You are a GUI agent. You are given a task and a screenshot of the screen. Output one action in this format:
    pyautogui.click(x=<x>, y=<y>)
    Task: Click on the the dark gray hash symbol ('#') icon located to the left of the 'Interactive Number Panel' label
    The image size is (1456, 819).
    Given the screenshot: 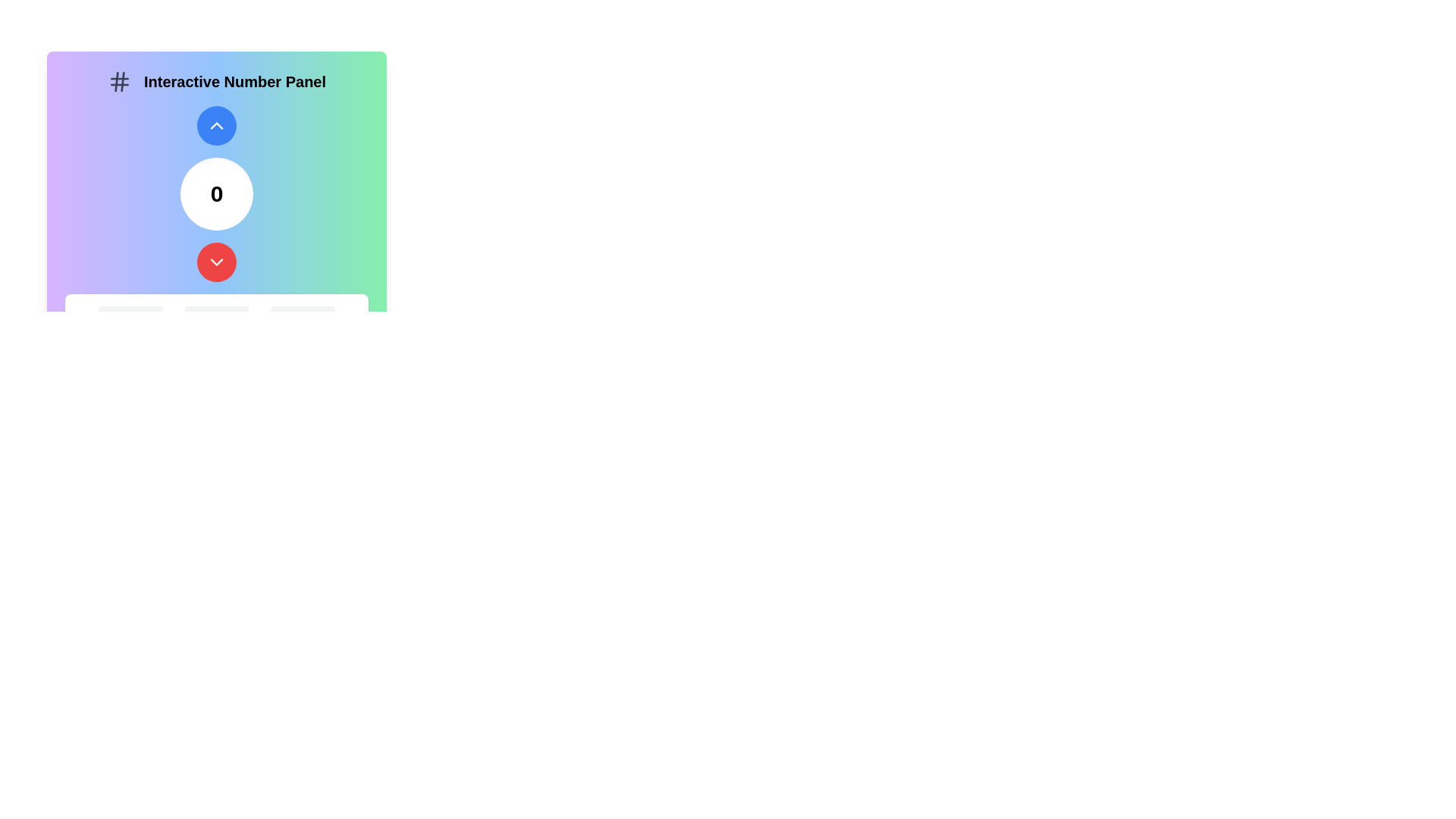 What is the action you would take?
    pyautogui.click(x=119, y=82)
    